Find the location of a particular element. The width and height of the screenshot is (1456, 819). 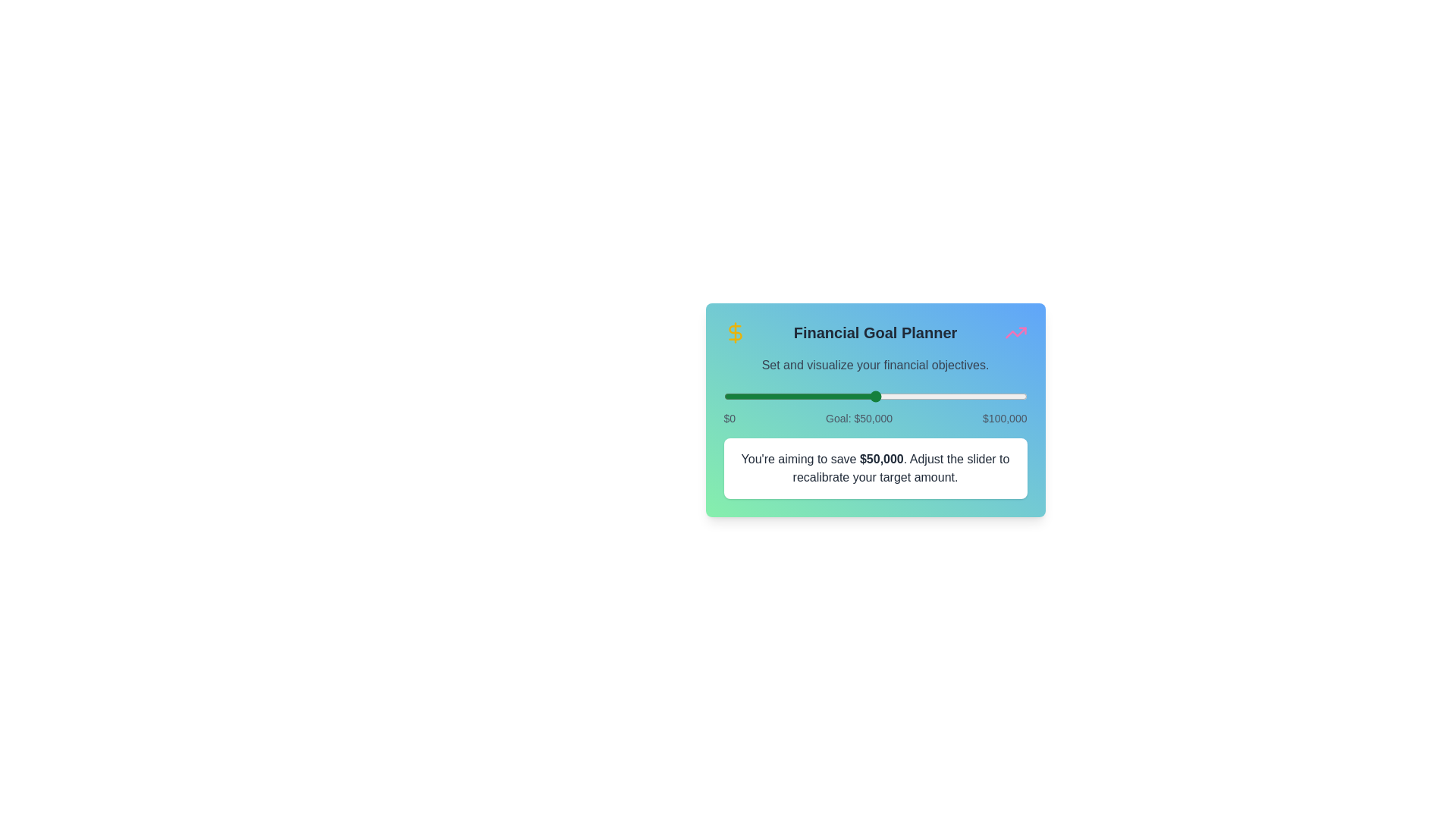

the slider to set the financial goal to 34991 dollars is located at coordinates (829, 396).